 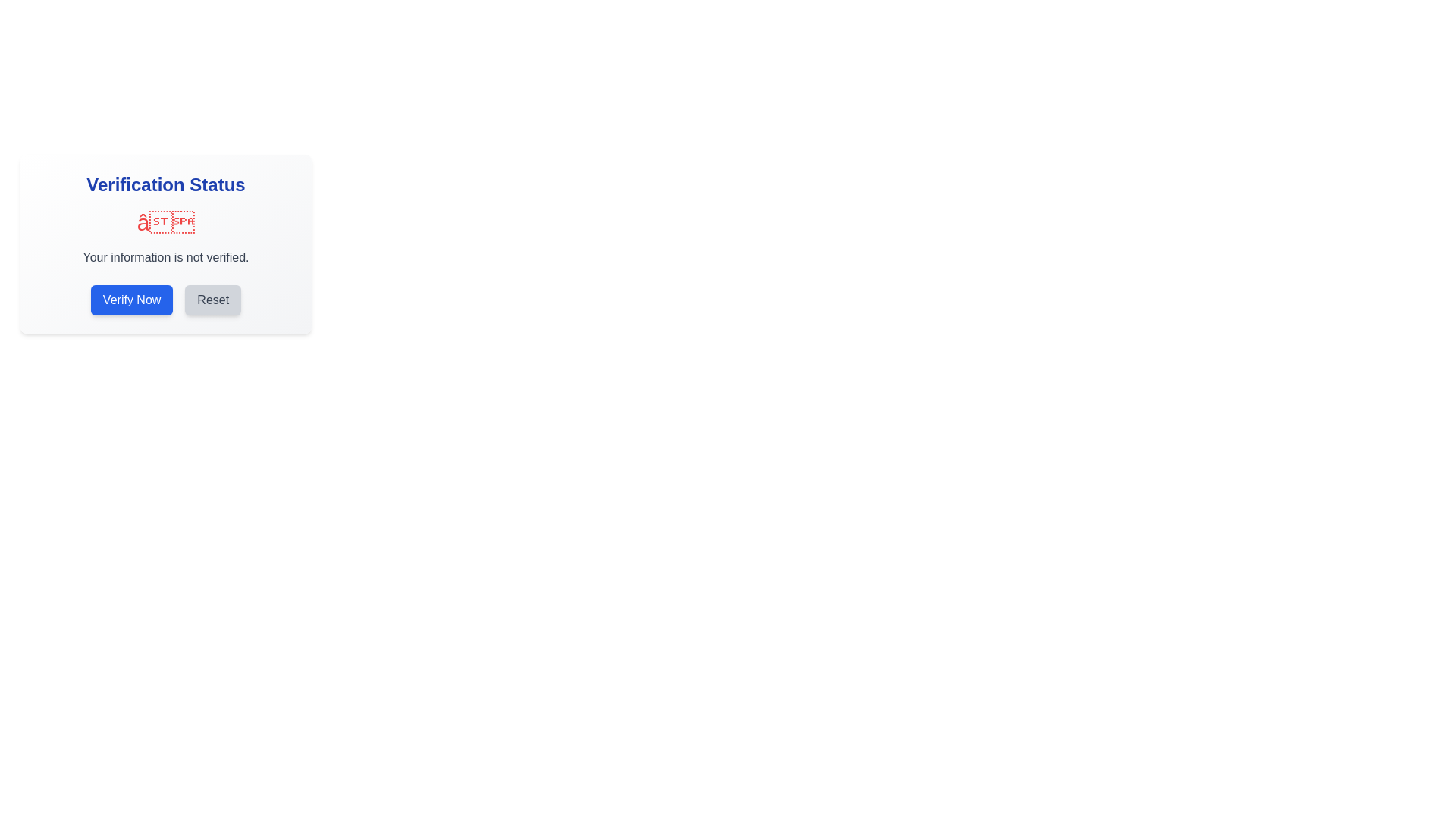 What do you see at coordinates (212, 300) in the screenshot?
I see `the reset button located to the right of the 'Verify Now' button in the bottom section of the interface` at bounding box center [212, 300].